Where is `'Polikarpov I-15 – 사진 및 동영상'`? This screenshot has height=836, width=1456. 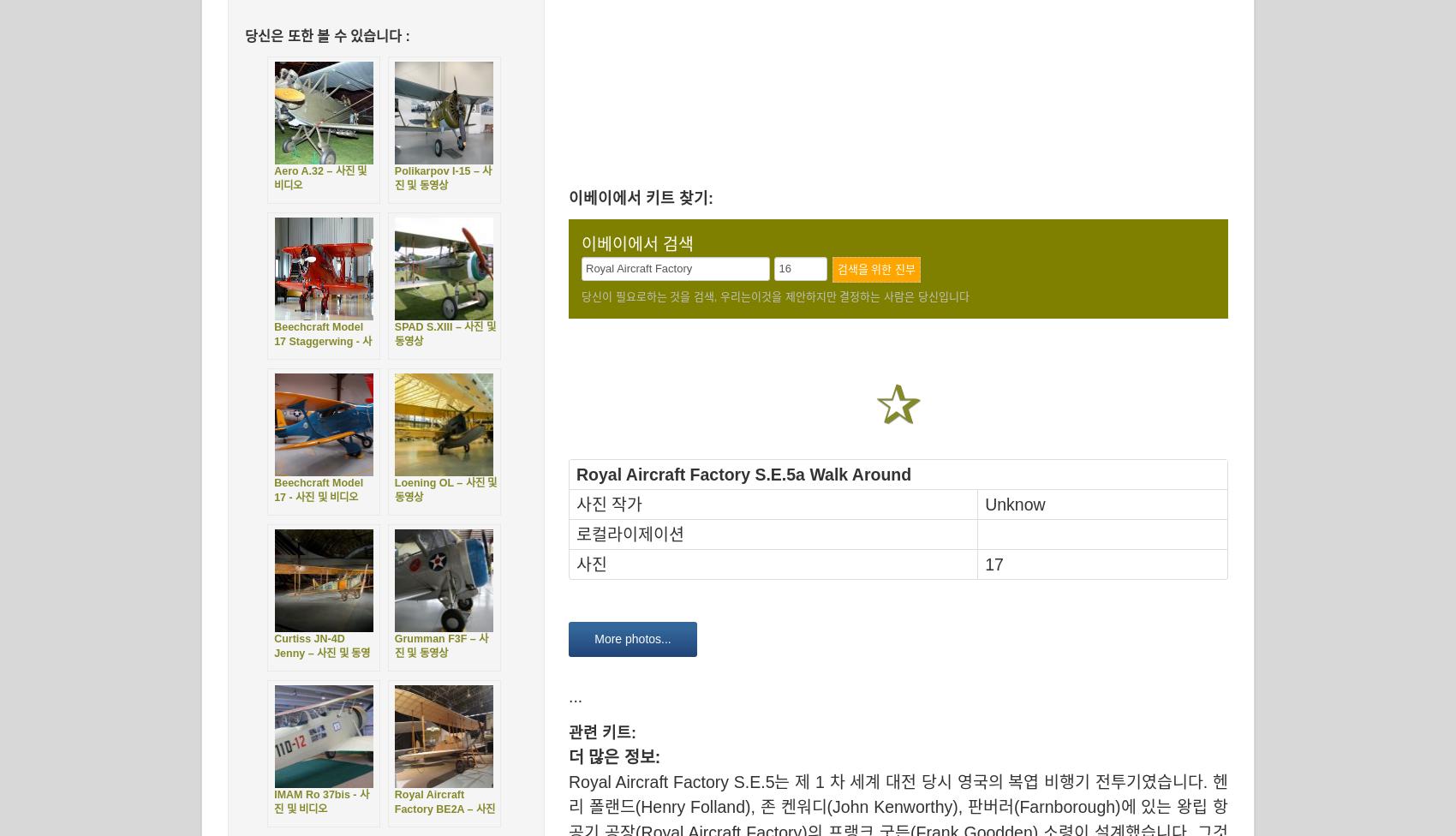 'Polikarpov I-15 – 사진 및 동영상' is located at coordinates (442, 177).